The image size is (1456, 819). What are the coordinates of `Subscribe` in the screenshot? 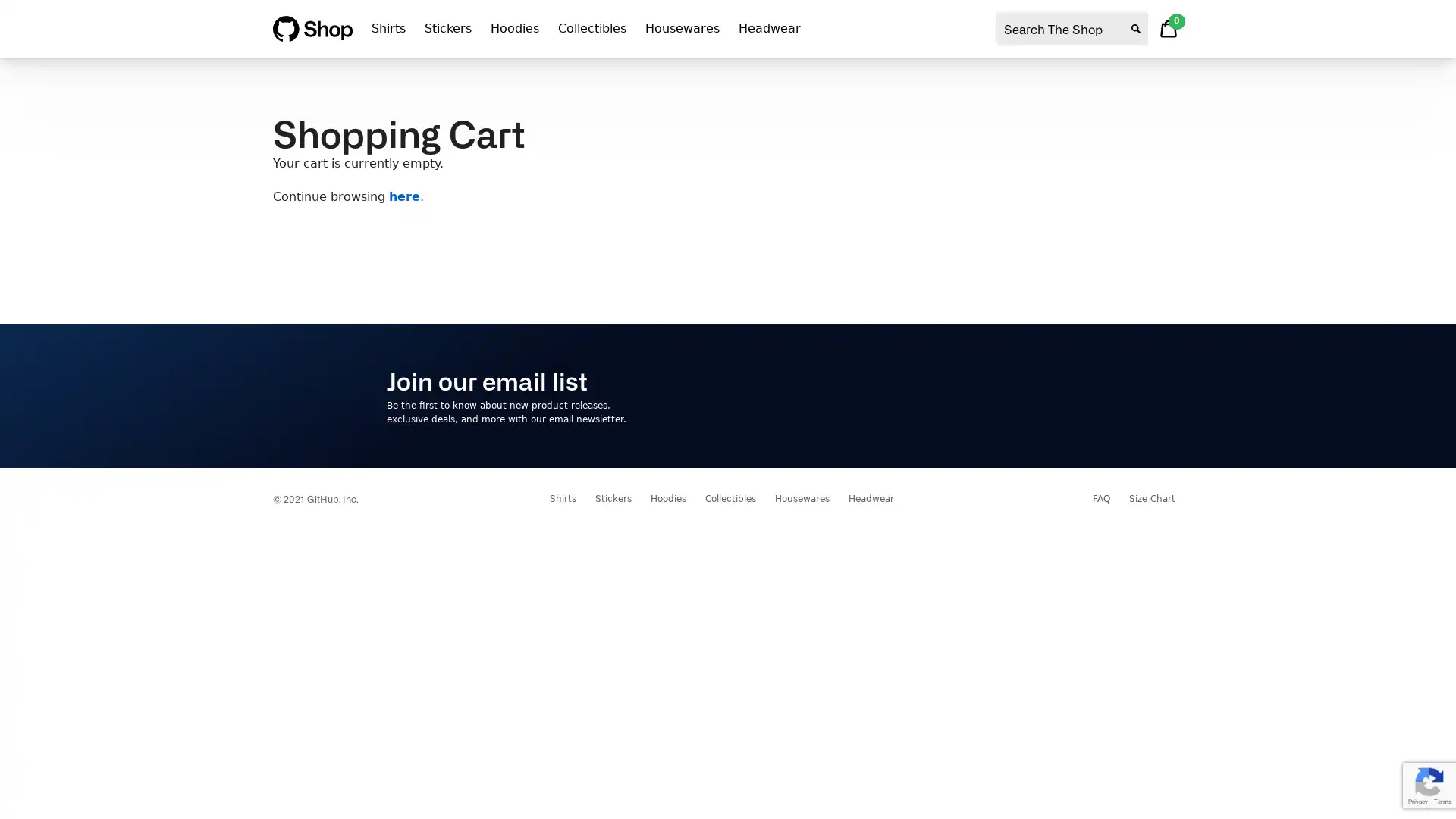 It's located at (1023, 394).